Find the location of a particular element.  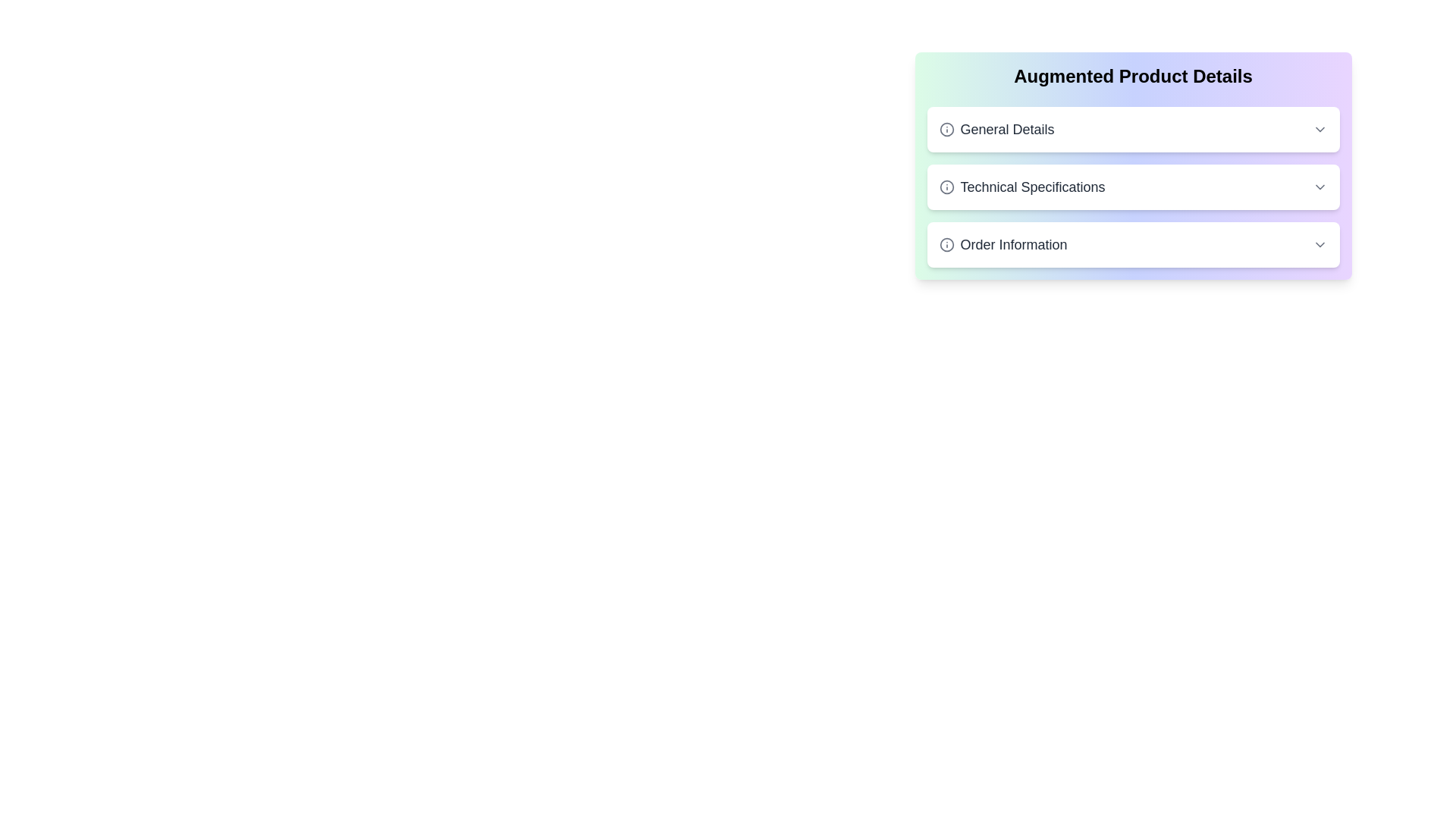

the SVG Circle element located in the second row of the accordion-style menu under 'Technical Specifications' is located at coordinates (946, 186).